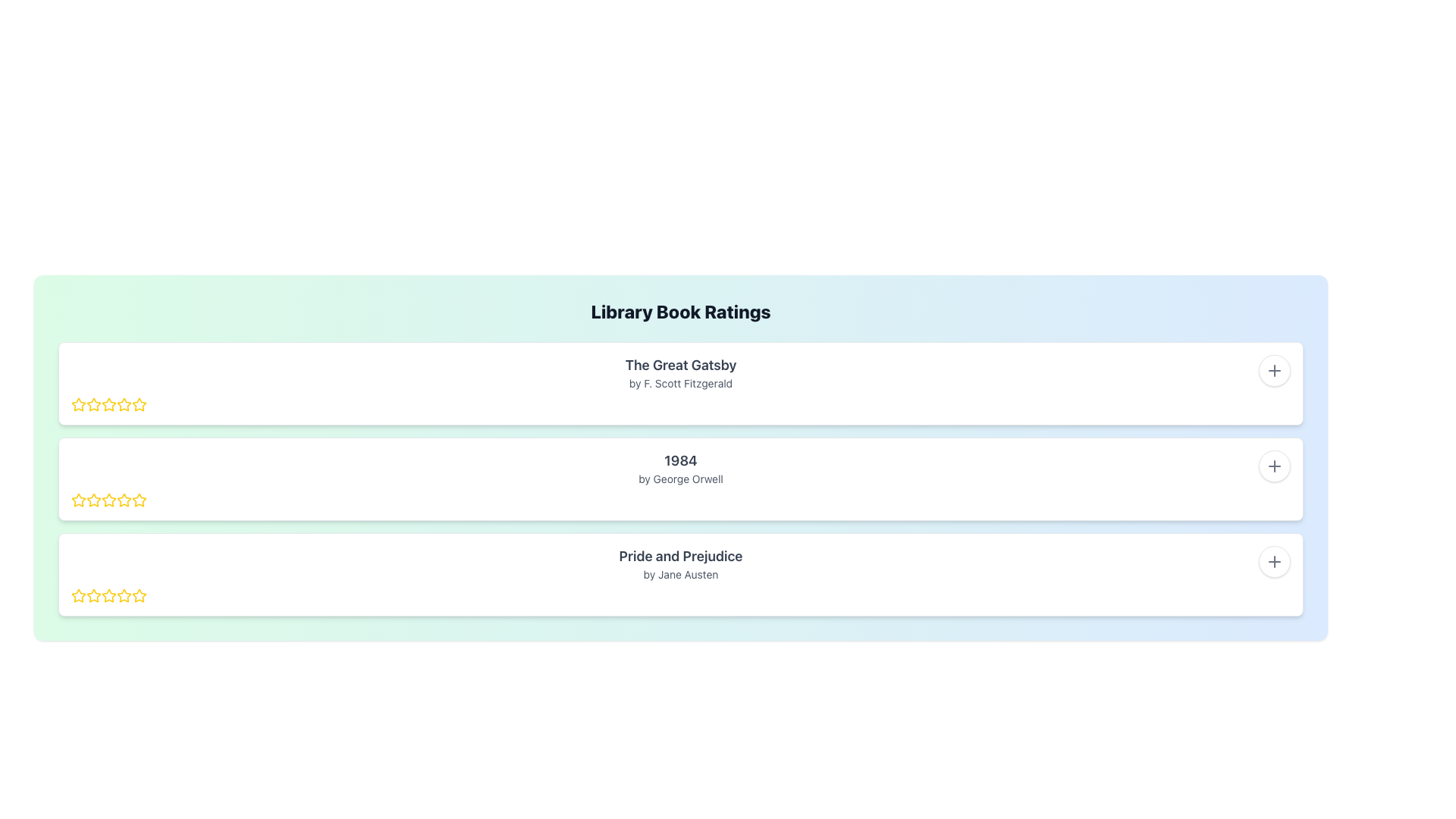 The height and width of the screenshot is (819, 1456). What do you see at coordinates (93, 595) in the screenshot?
I see `the third yellow star icon in the rating system for the book 'Pride and Prejudice'` at bounding box center [93, 595].